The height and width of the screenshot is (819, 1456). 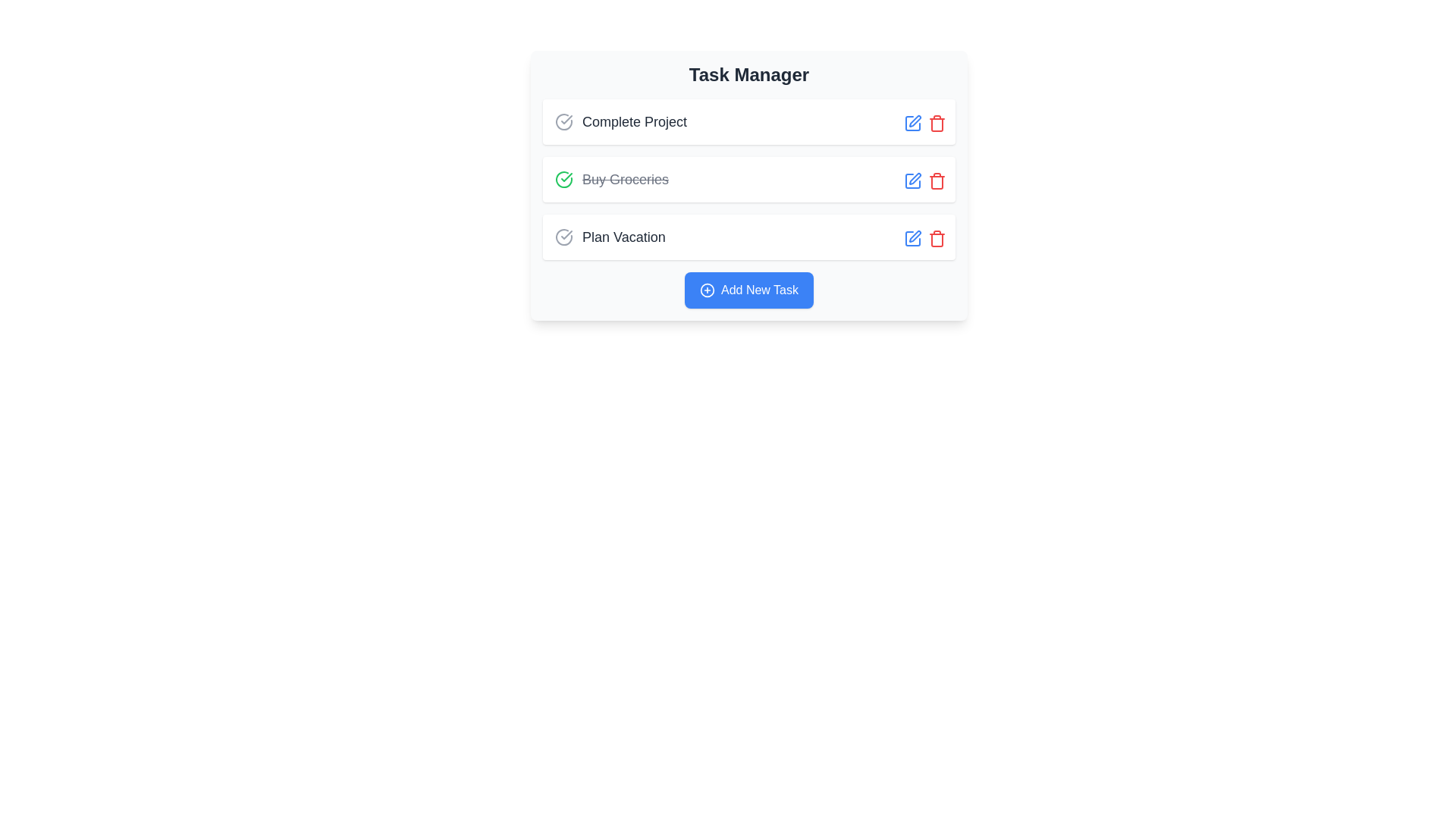 I want to click on the 'Buy Groceries' ListItem in the Task Manager section, so click(x=749, y=178).